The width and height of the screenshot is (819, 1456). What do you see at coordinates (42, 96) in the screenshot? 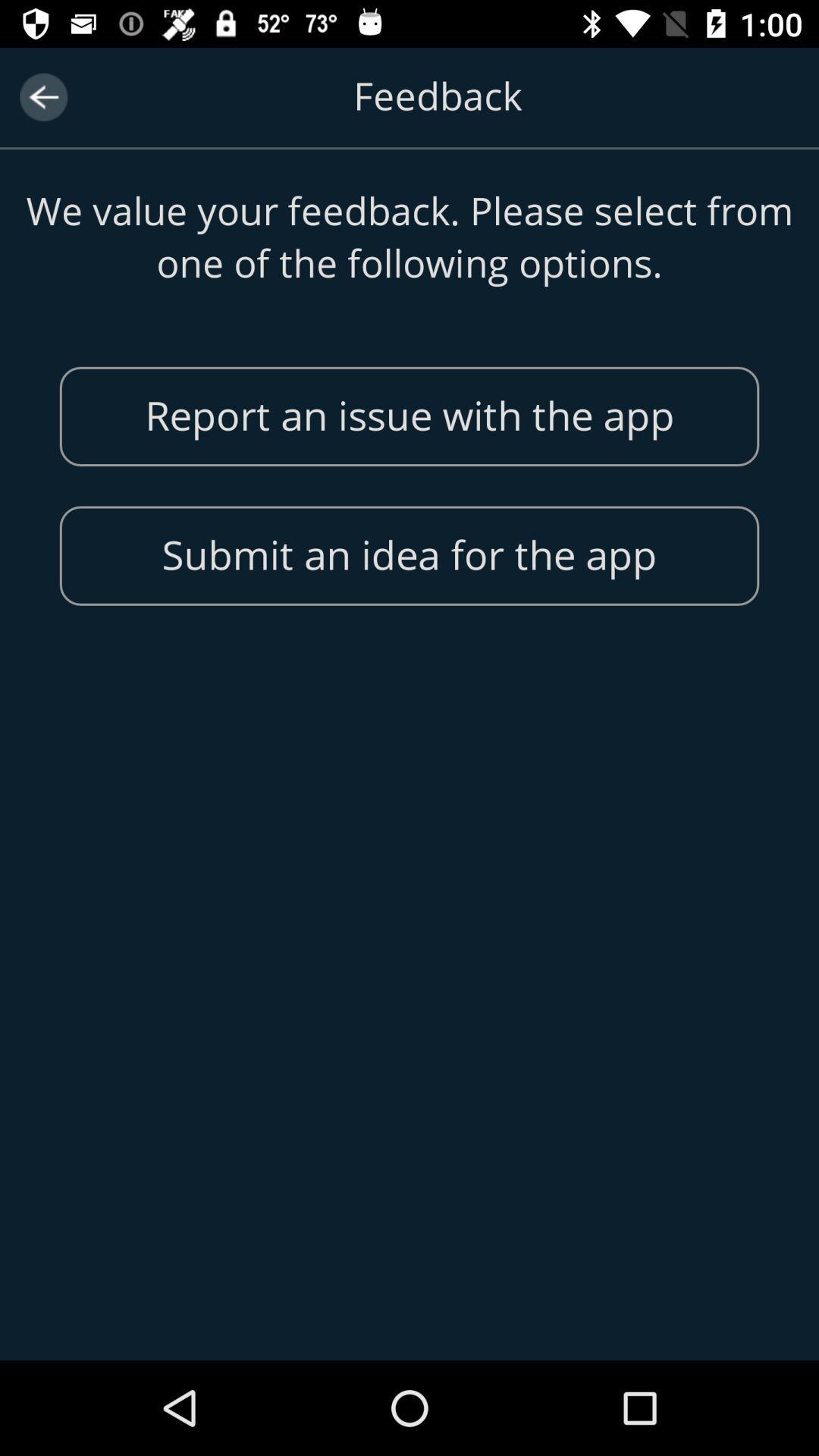
I see `the arrow_backward icon` at bounding box center [42, 96].